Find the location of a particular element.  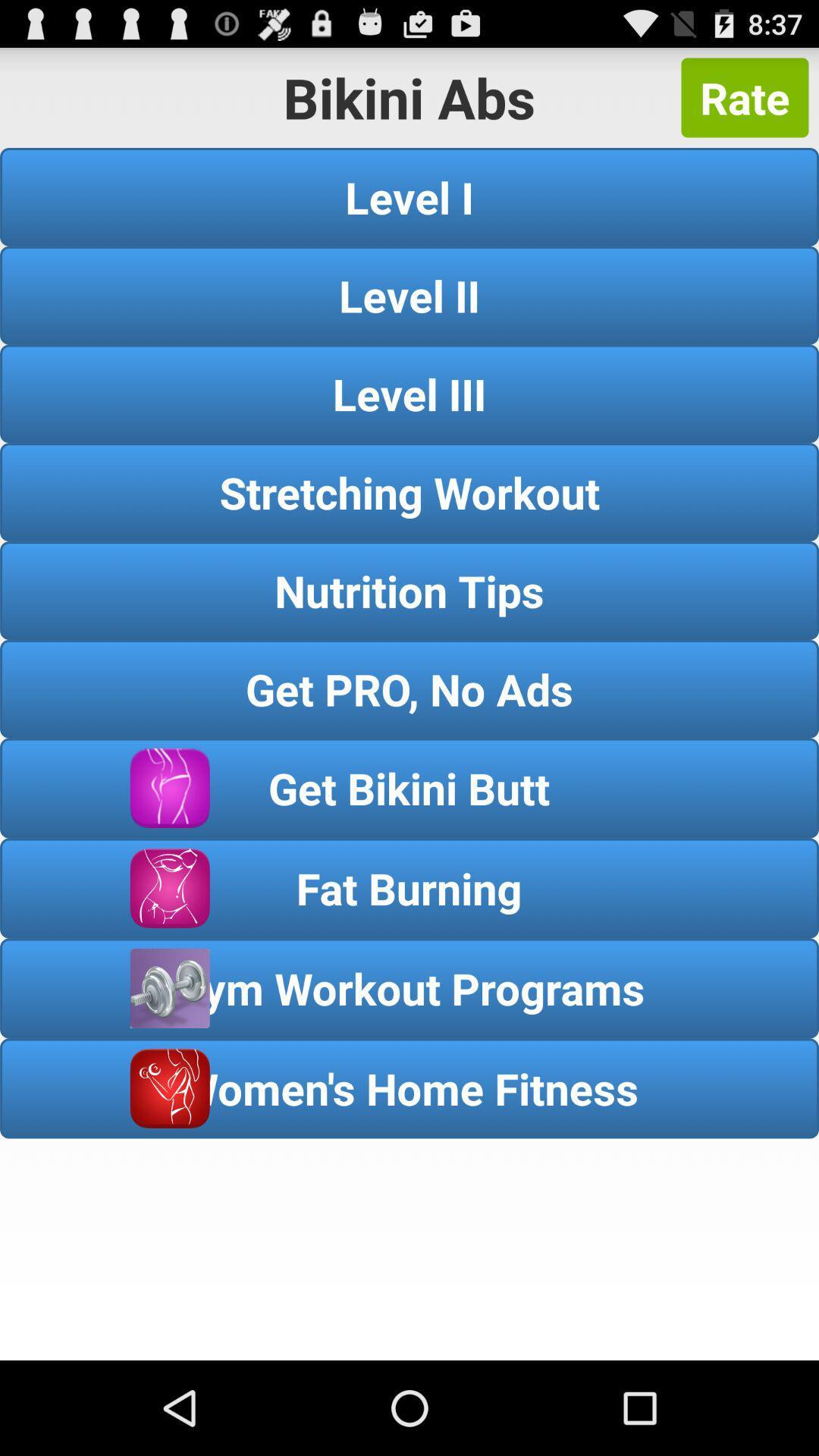

the icon below the level ii icon is located at coordinates (409, 394).